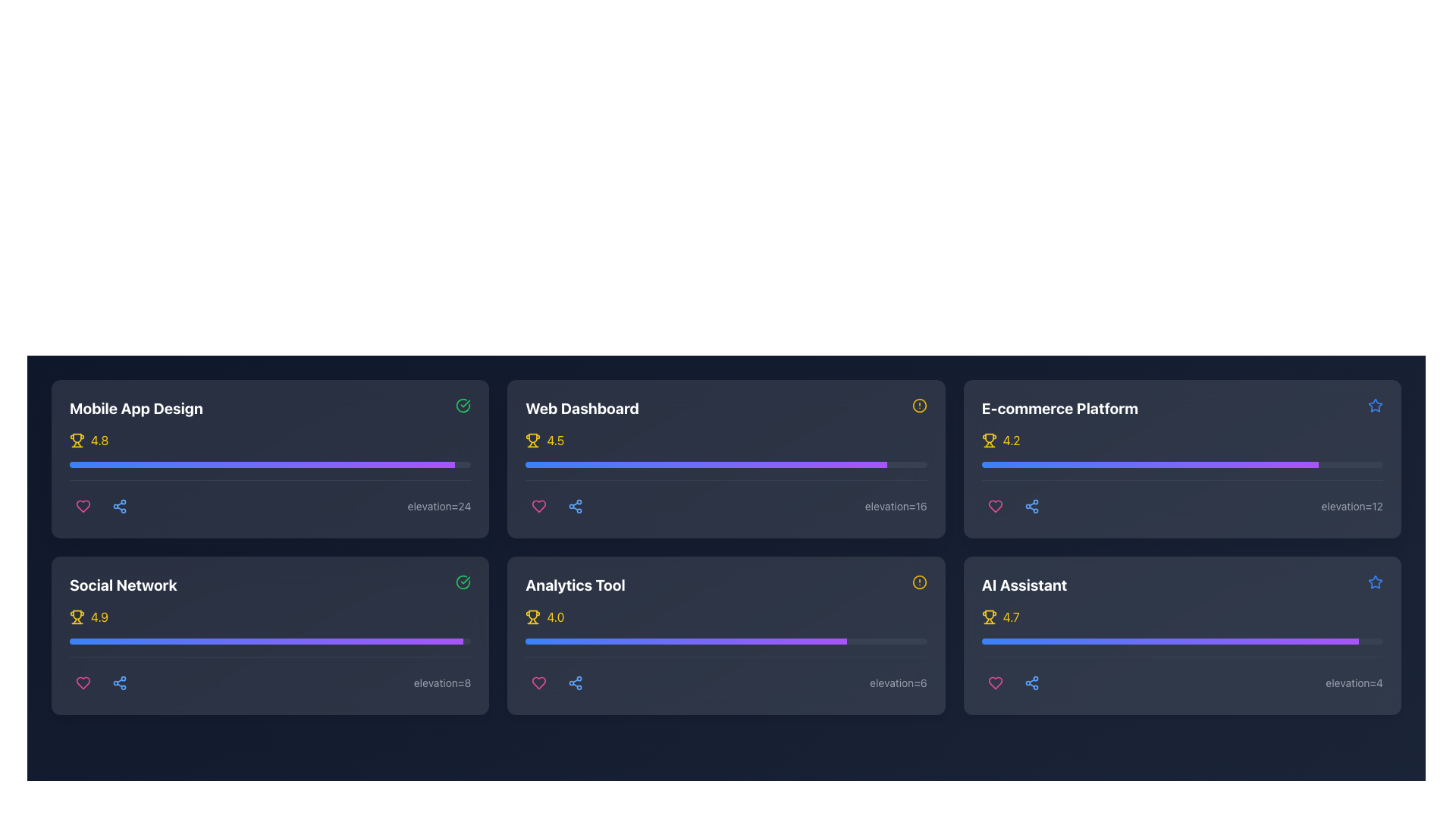  What do you see at coordinates (83, 683) in the screenshot?
I see `the button with a heart-shaped icon that allows users to mark content as liked or favorited` at bounding box center [83, 683].